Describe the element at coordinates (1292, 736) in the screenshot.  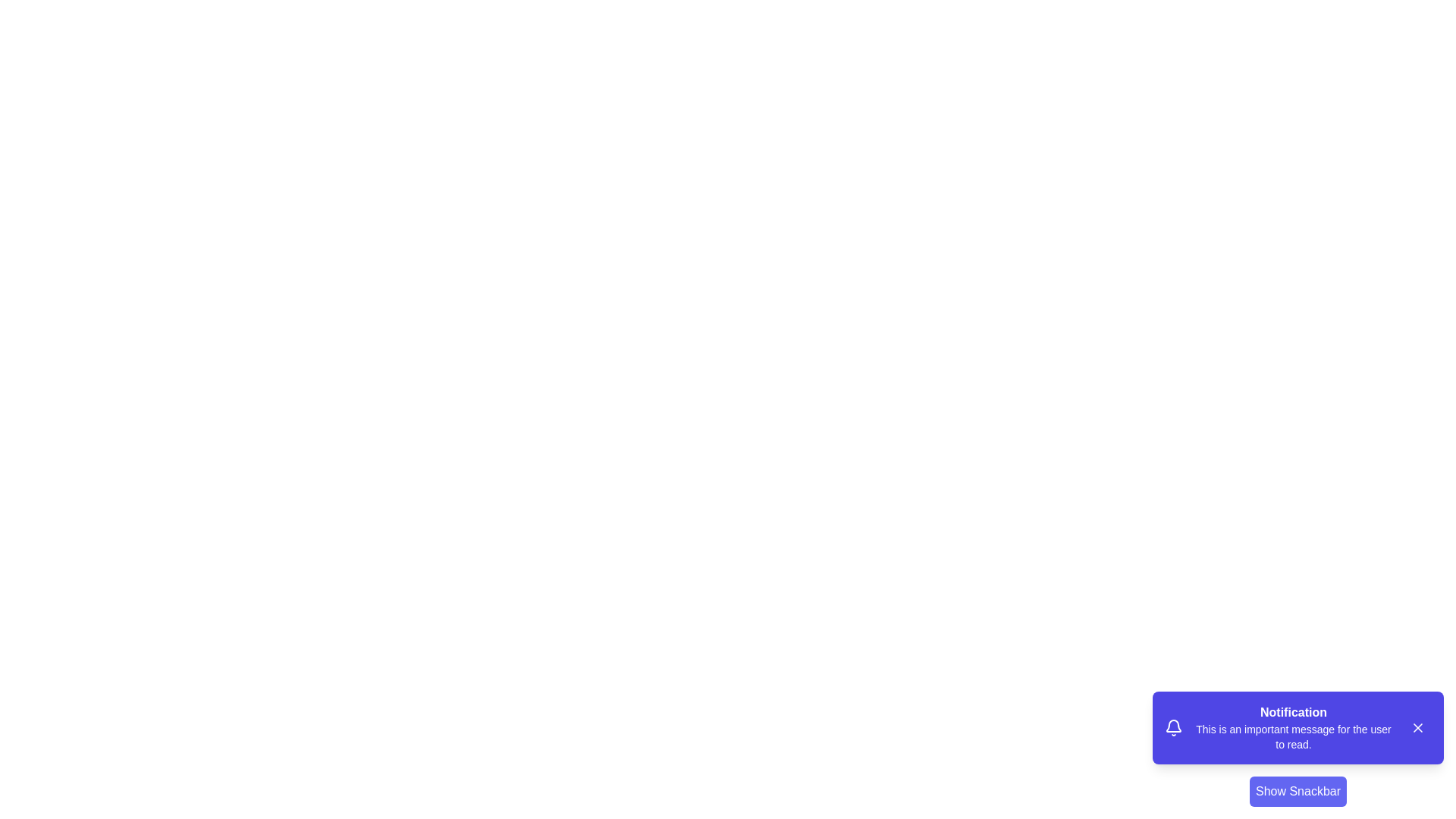
I see `text displayed in the notification text label located at the bottom right corner of the interface, beneath the title 'Notification'` at that location.